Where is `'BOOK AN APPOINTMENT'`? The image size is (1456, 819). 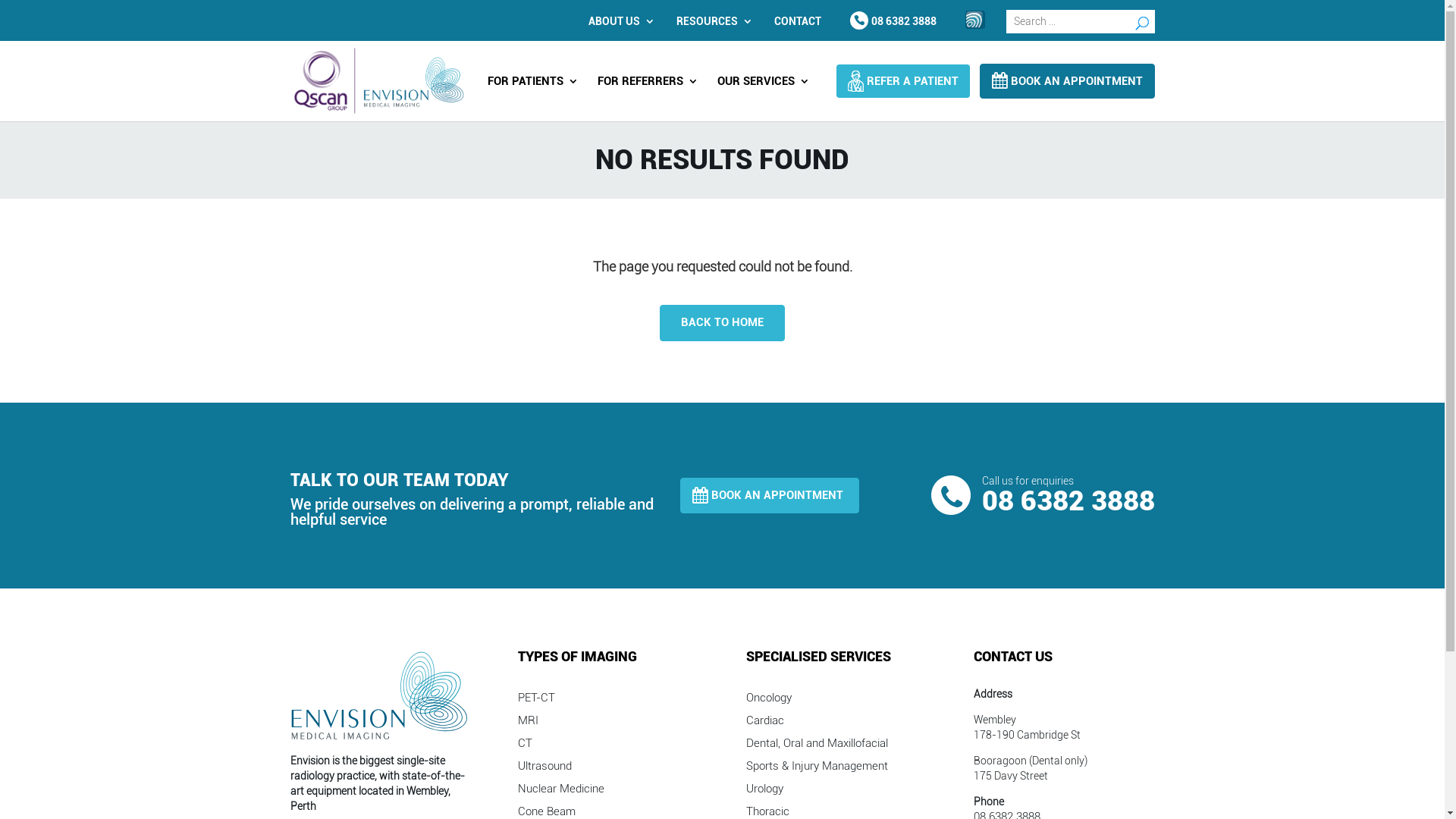
'BOOK AN APPOINTMENT' is located at coordinates (769, 496).